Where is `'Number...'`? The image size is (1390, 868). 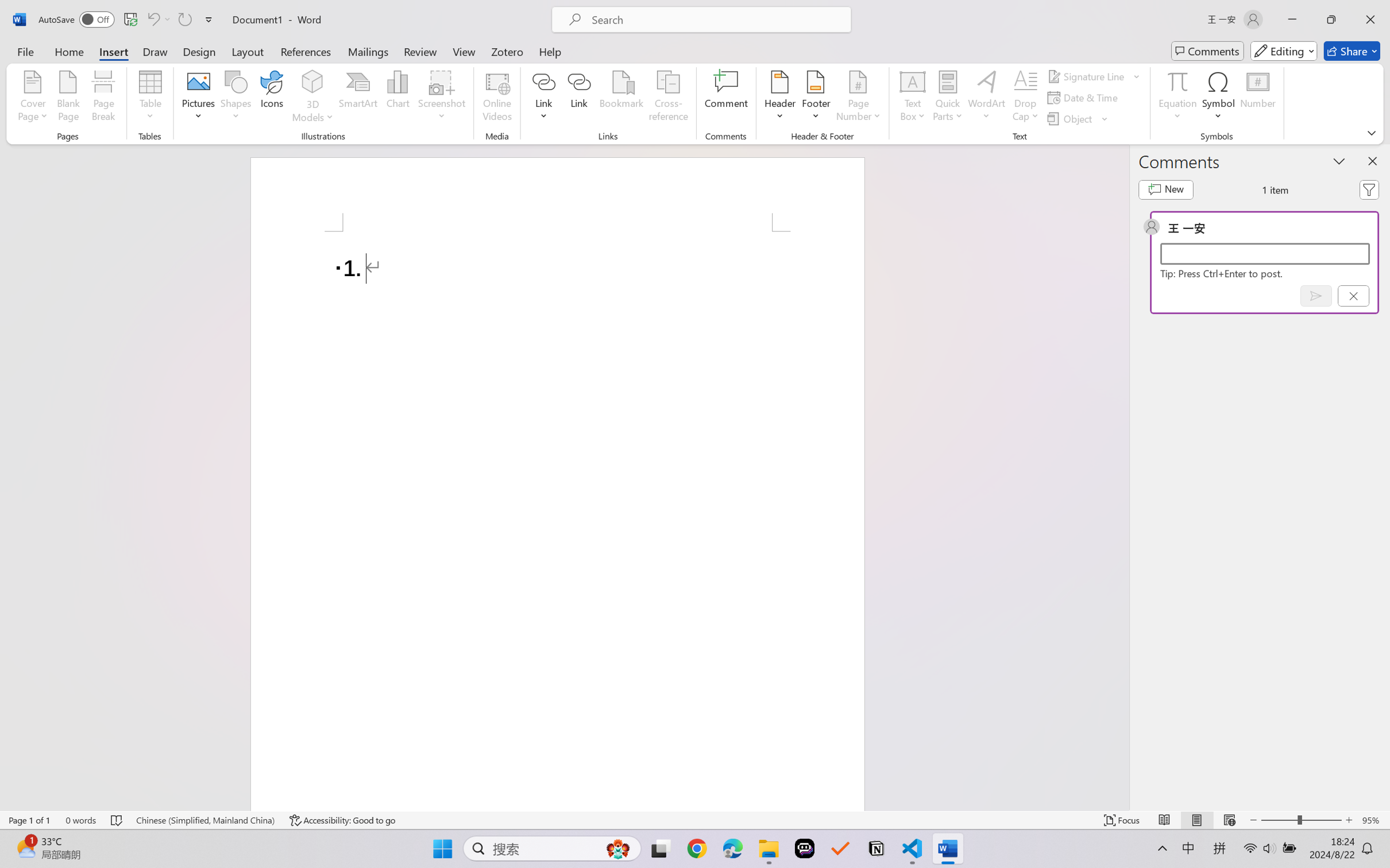
'Number...' is located at coordinates (1257, 98).